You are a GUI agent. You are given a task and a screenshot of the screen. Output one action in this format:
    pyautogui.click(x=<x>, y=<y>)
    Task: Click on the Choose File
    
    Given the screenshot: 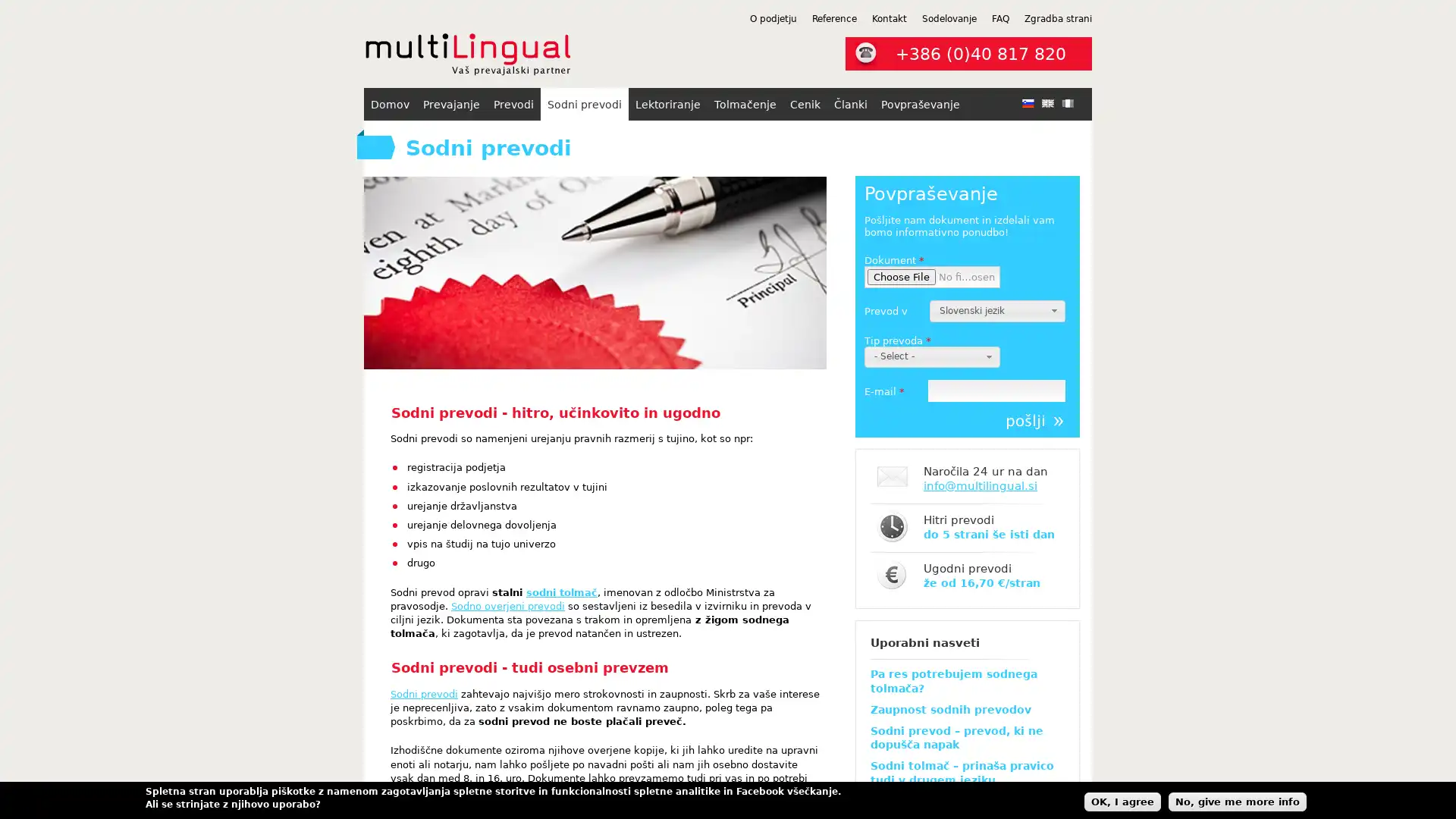 What is the action you would take?
    pyautogui.click(x=902, y=277)
    